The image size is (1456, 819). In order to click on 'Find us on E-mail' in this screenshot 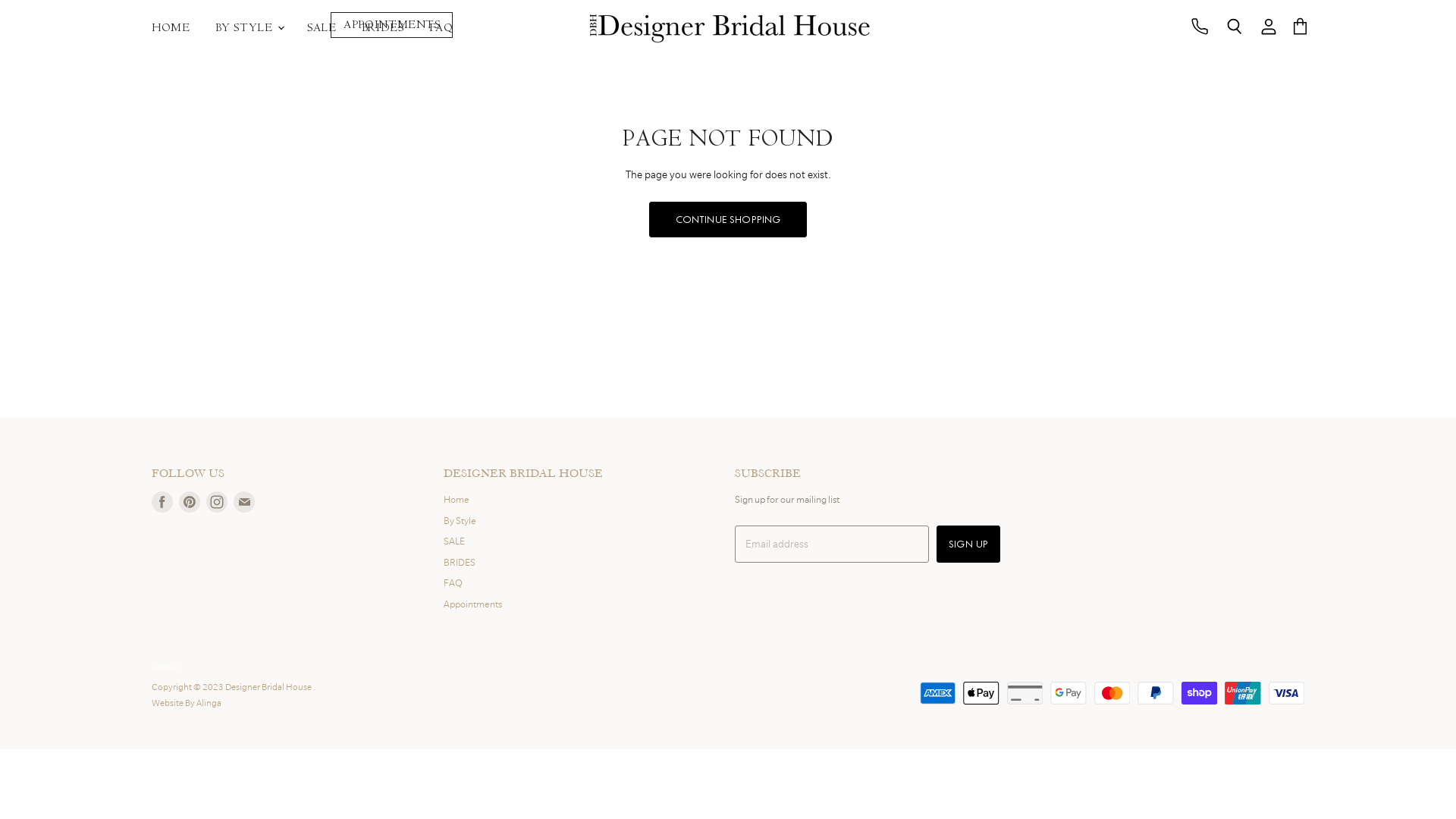, I will do `click(243, 502)`.